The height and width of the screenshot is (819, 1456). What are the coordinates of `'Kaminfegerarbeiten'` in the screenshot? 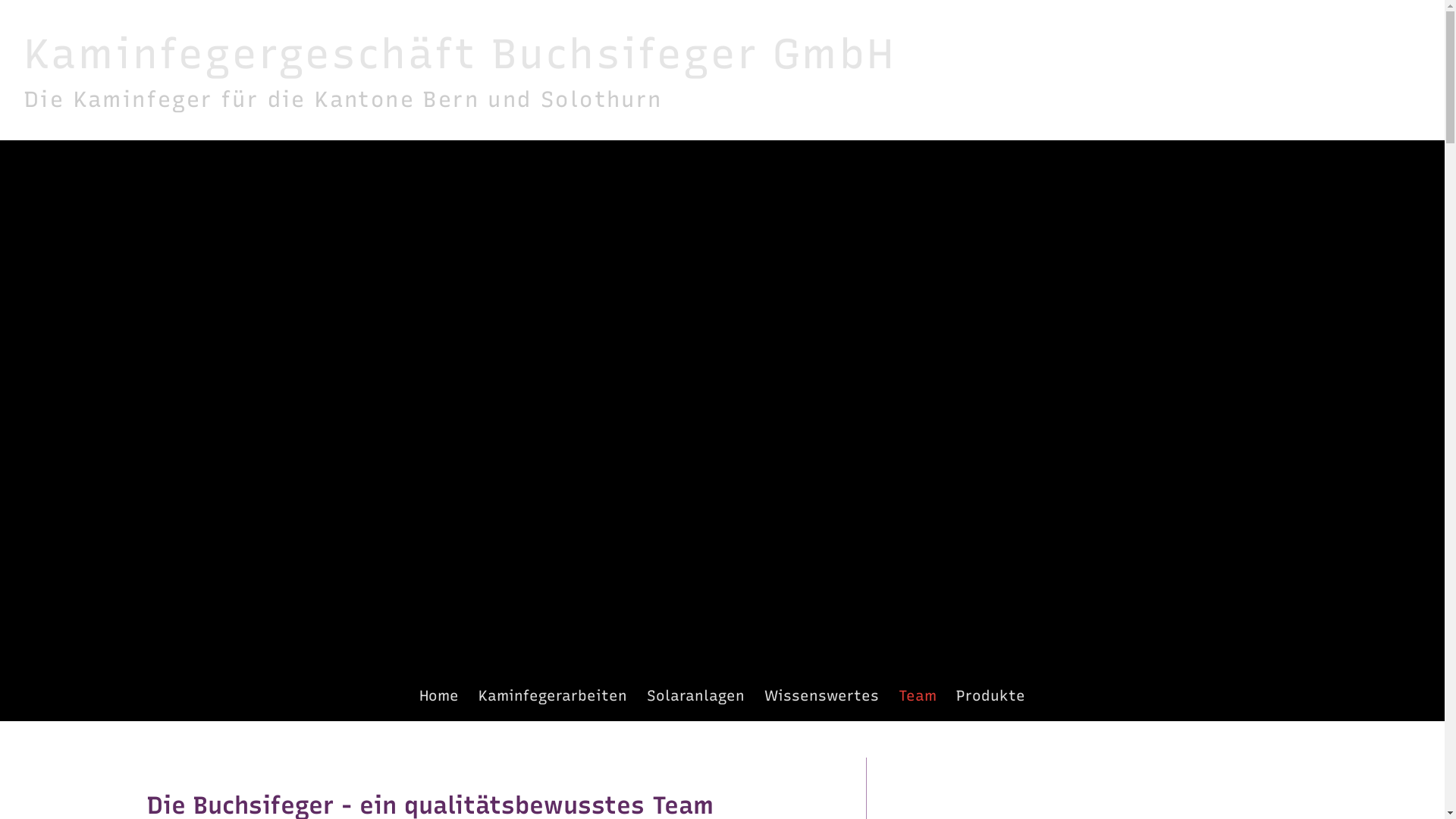 It's located at (552, 695).